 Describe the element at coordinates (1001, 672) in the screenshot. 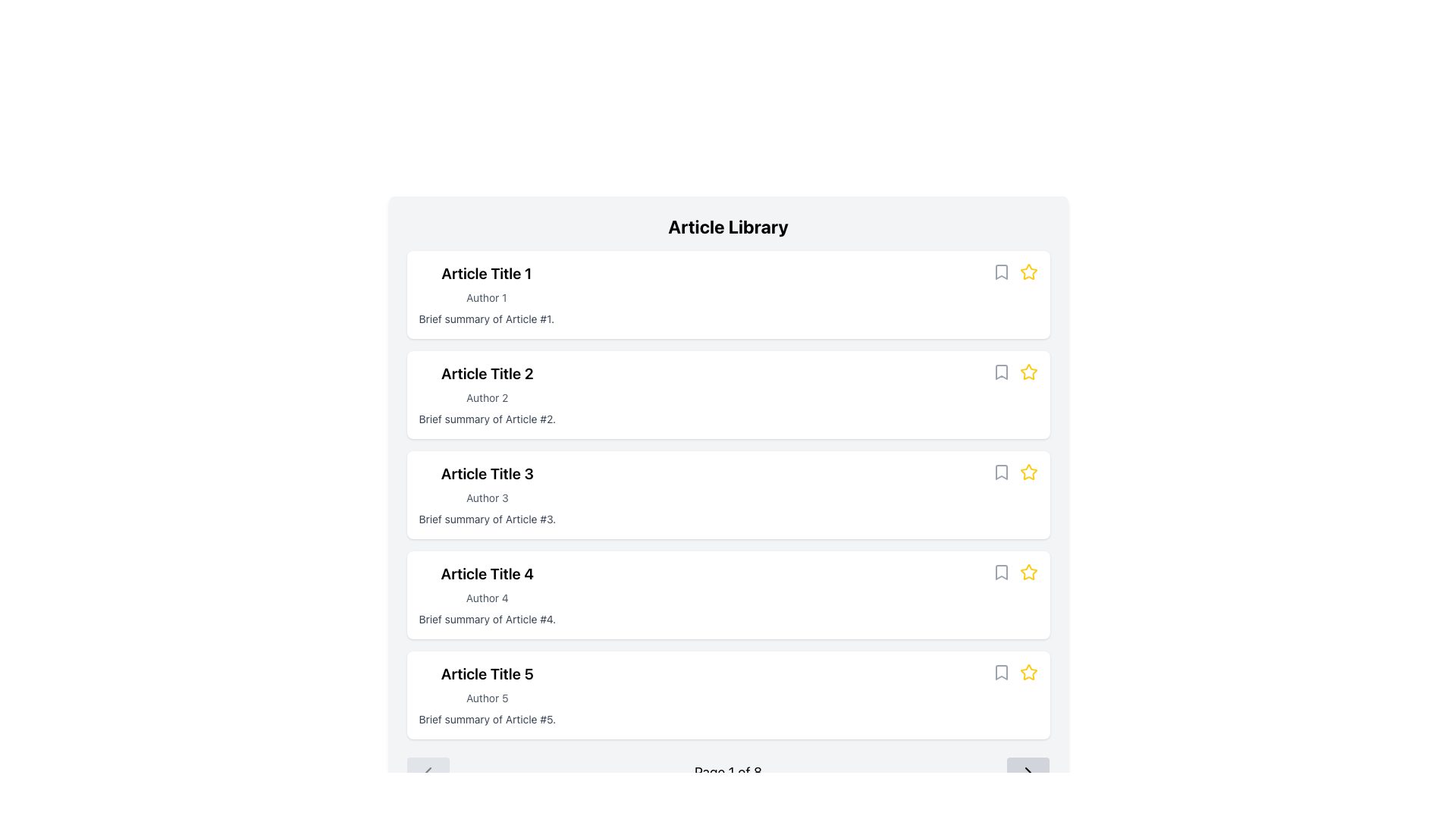

I see `the gray bookmark icon located at the far right of the fifth list item in the vertical list titled 'Article Library' to bookmark the article` at that location.